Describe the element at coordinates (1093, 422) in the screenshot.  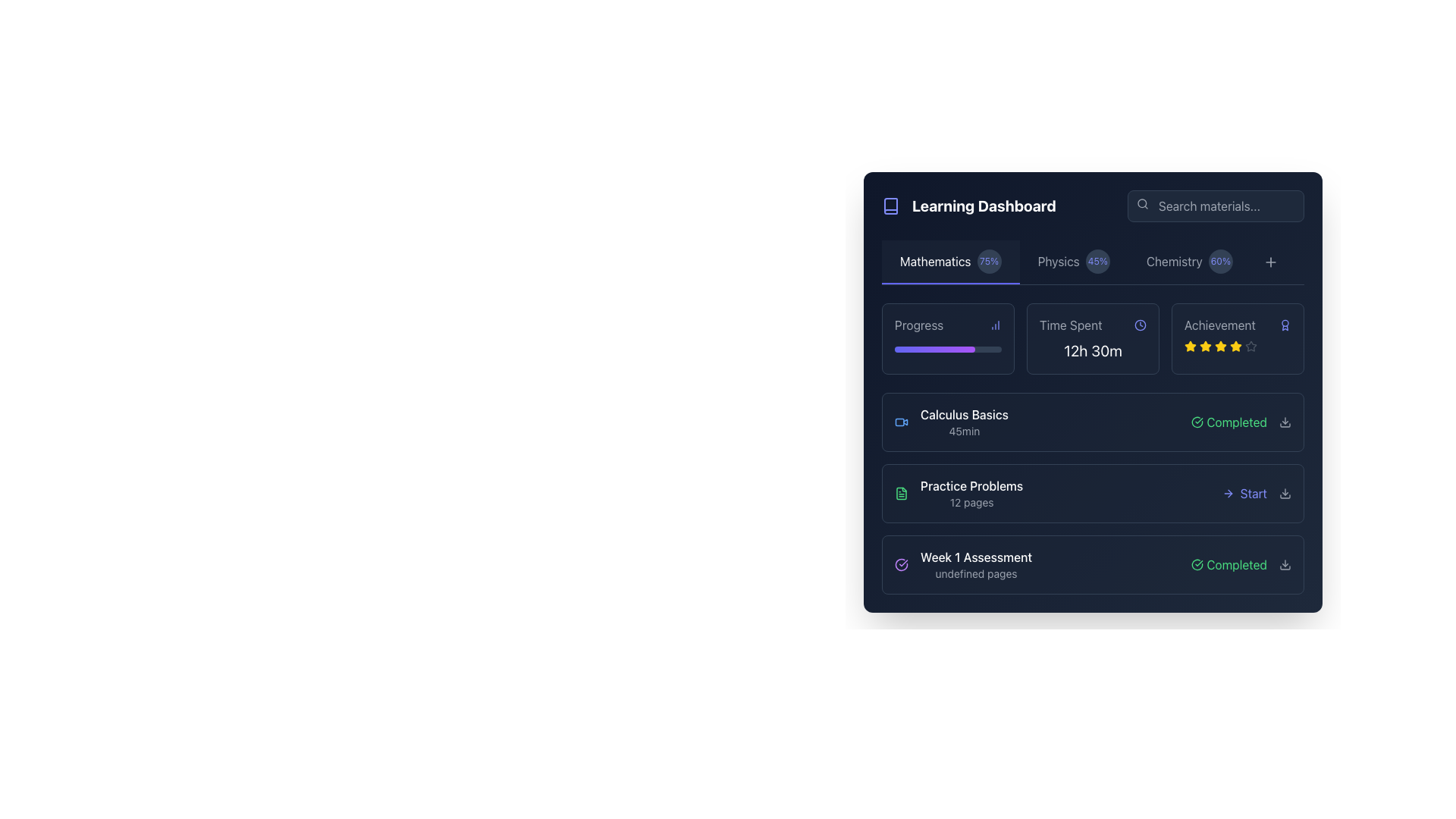
I see `the 'Calculus Basics' module card in the learning dashboard` at that location.